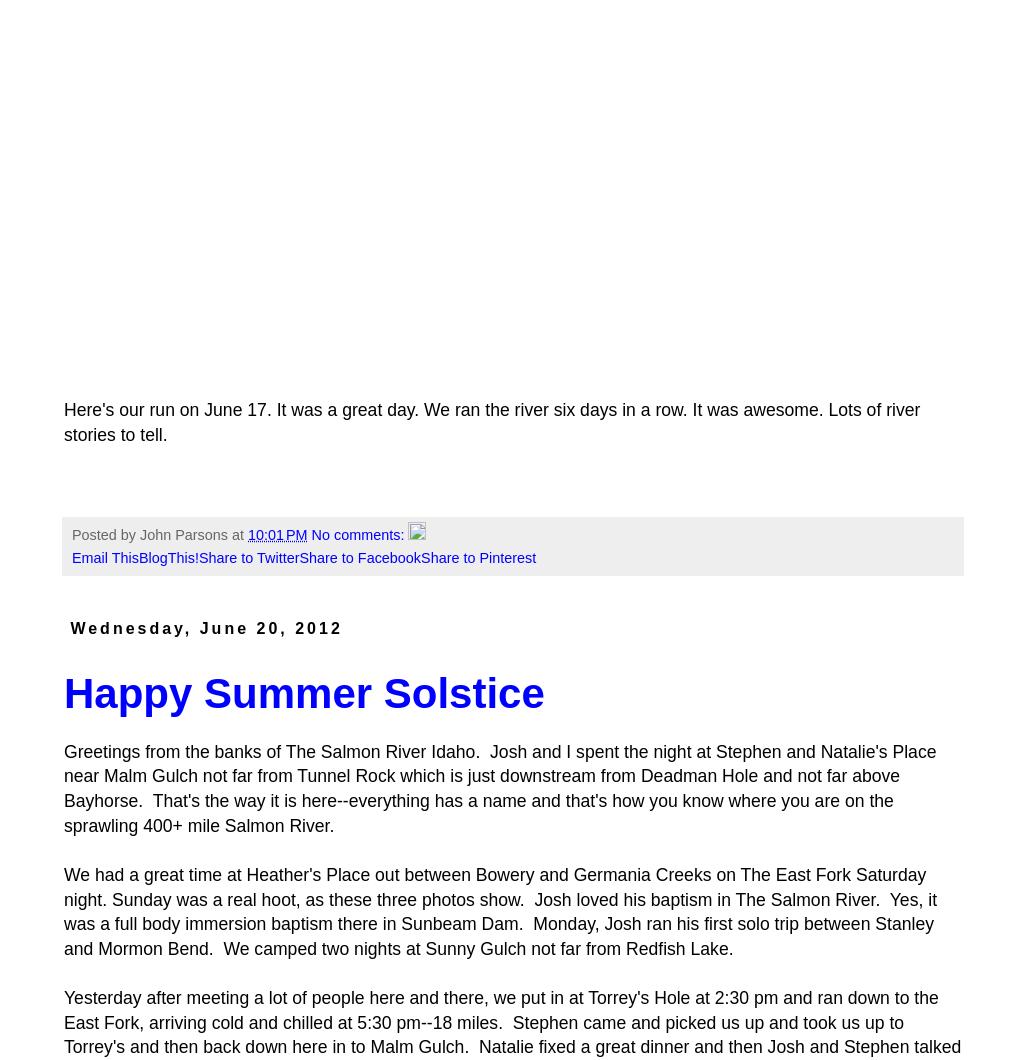  Describe the element at coordinates (183, 534) in the screenshot. I see `'John Parsons'` at that location.